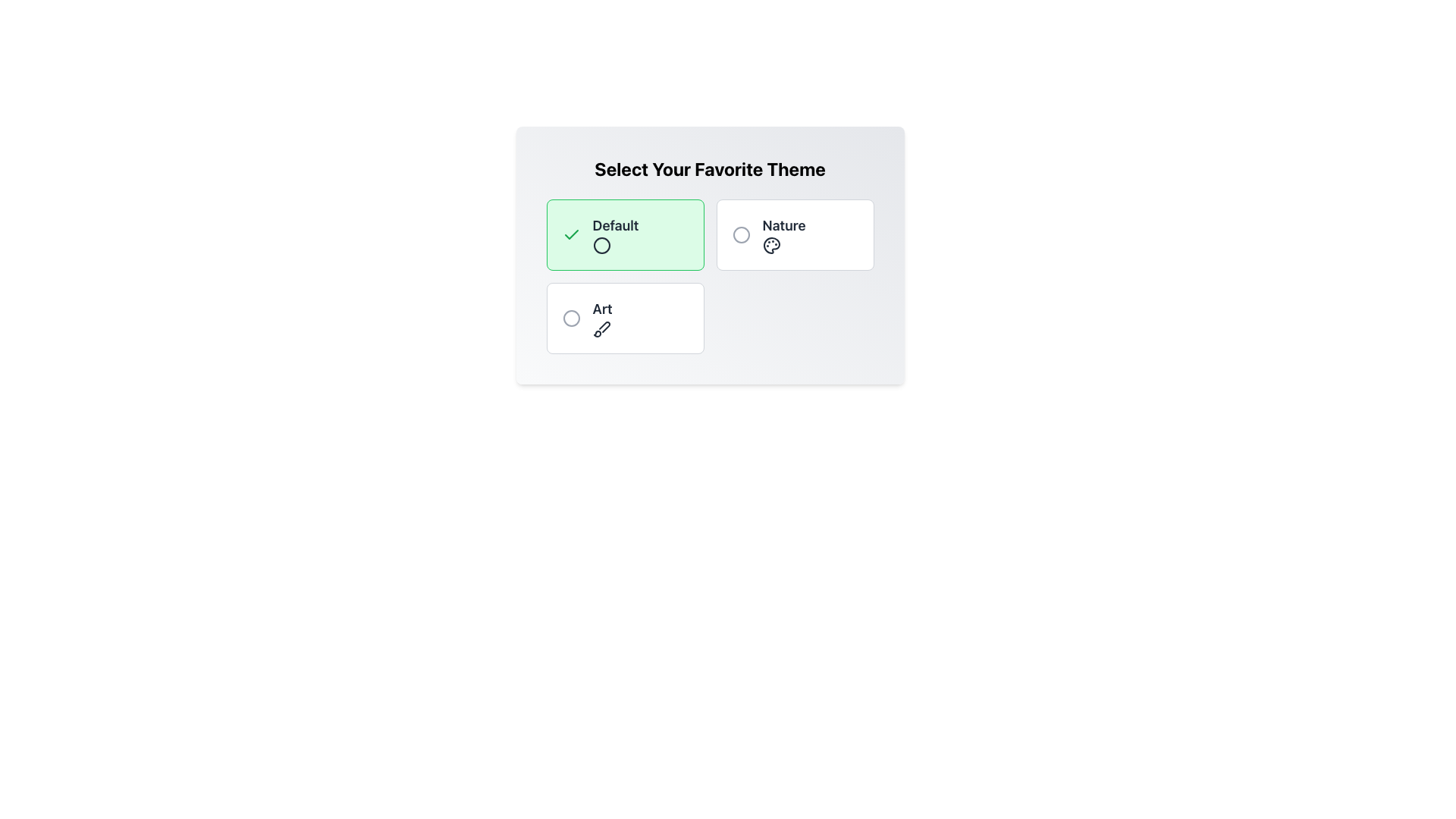 Image resolution: width=1456 pixels, height=819 pixels. What do you see at coordinates (570, 234) in the screenshot?
I see `the SVG Icon indicating that the 'Default' option is selected, located in the upper-left corner of the 'Default' card` at bounding box center [570, 234].